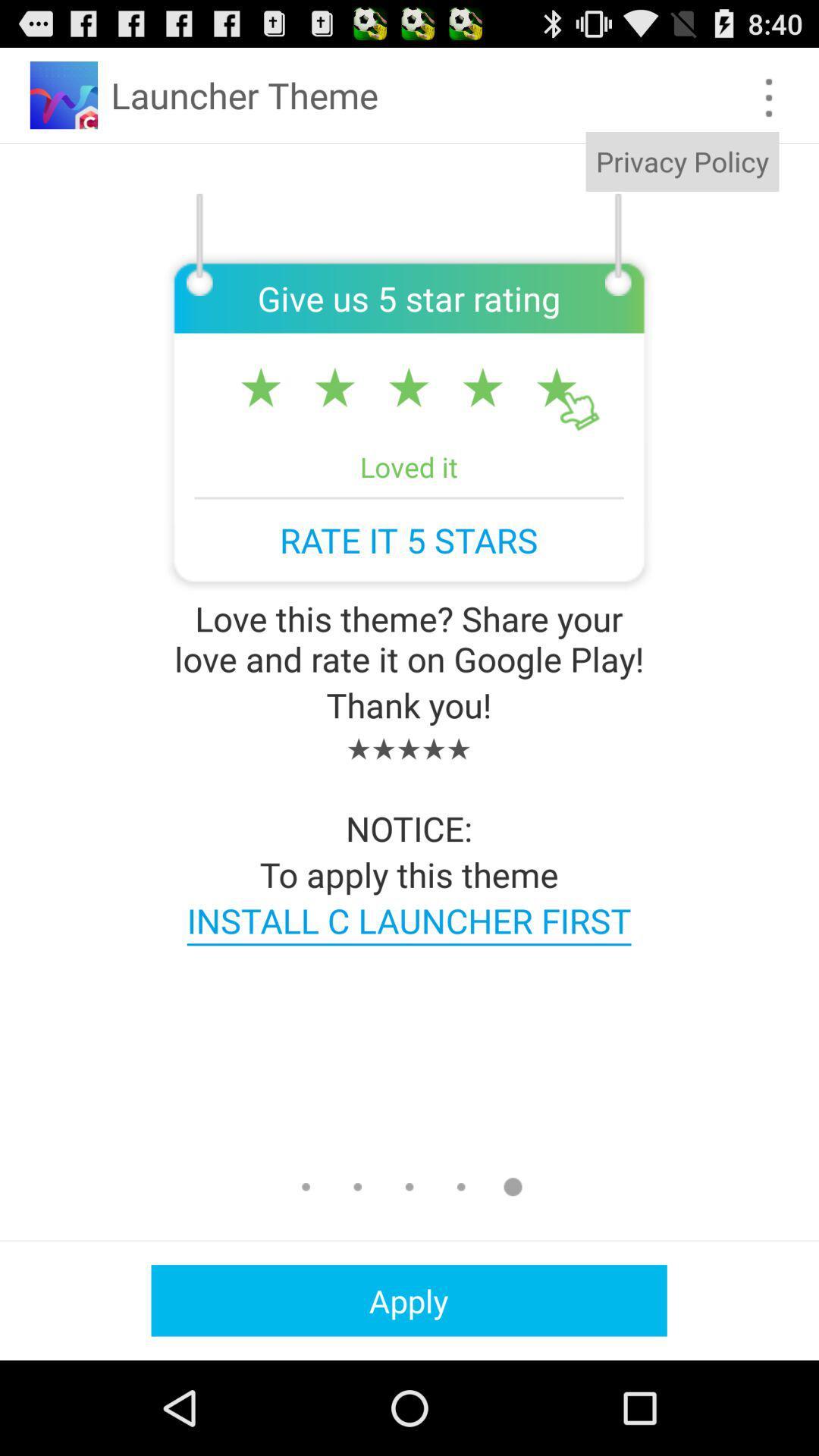 This screenshot has height=1456, width=819. What do you see at coordinates (769, 97) in the screenshot?
I see `app next to launcher theme app` at bounding box center [769, 97].